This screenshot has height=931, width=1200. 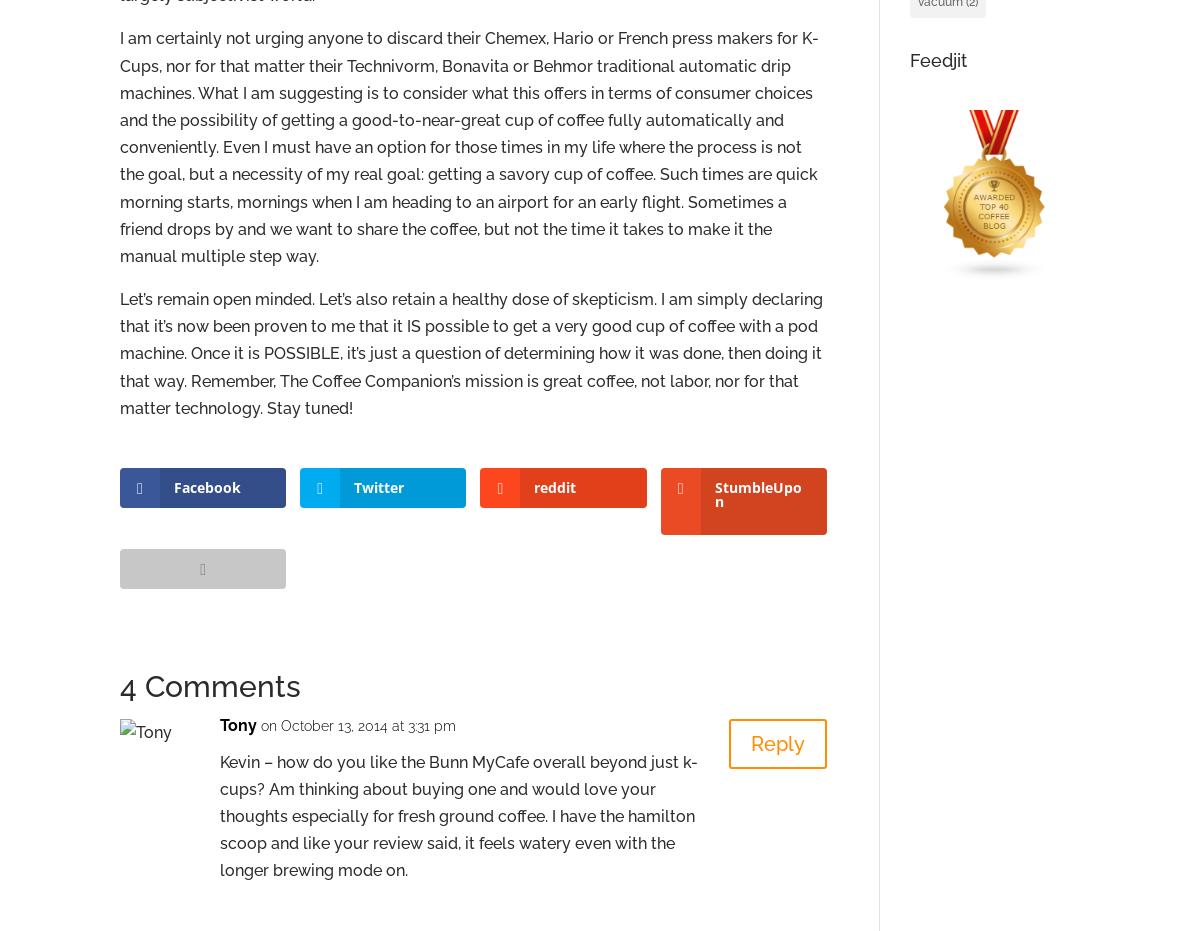 I want to click on '4 Comments', so click(x=209, y=685).